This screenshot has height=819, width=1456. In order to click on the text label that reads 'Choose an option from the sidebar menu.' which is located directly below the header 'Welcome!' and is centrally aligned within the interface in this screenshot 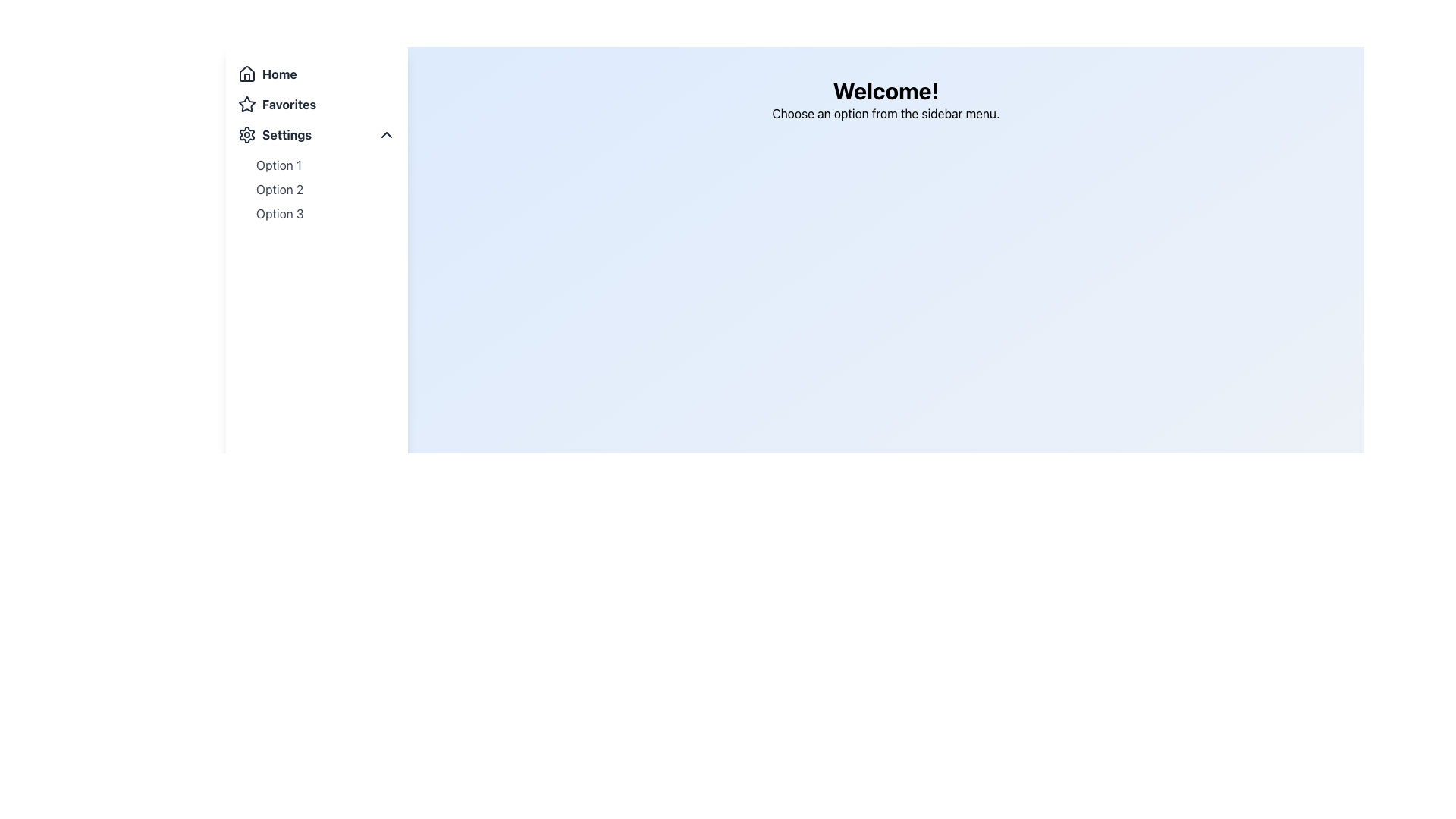, I will do `click(886, 113)`.